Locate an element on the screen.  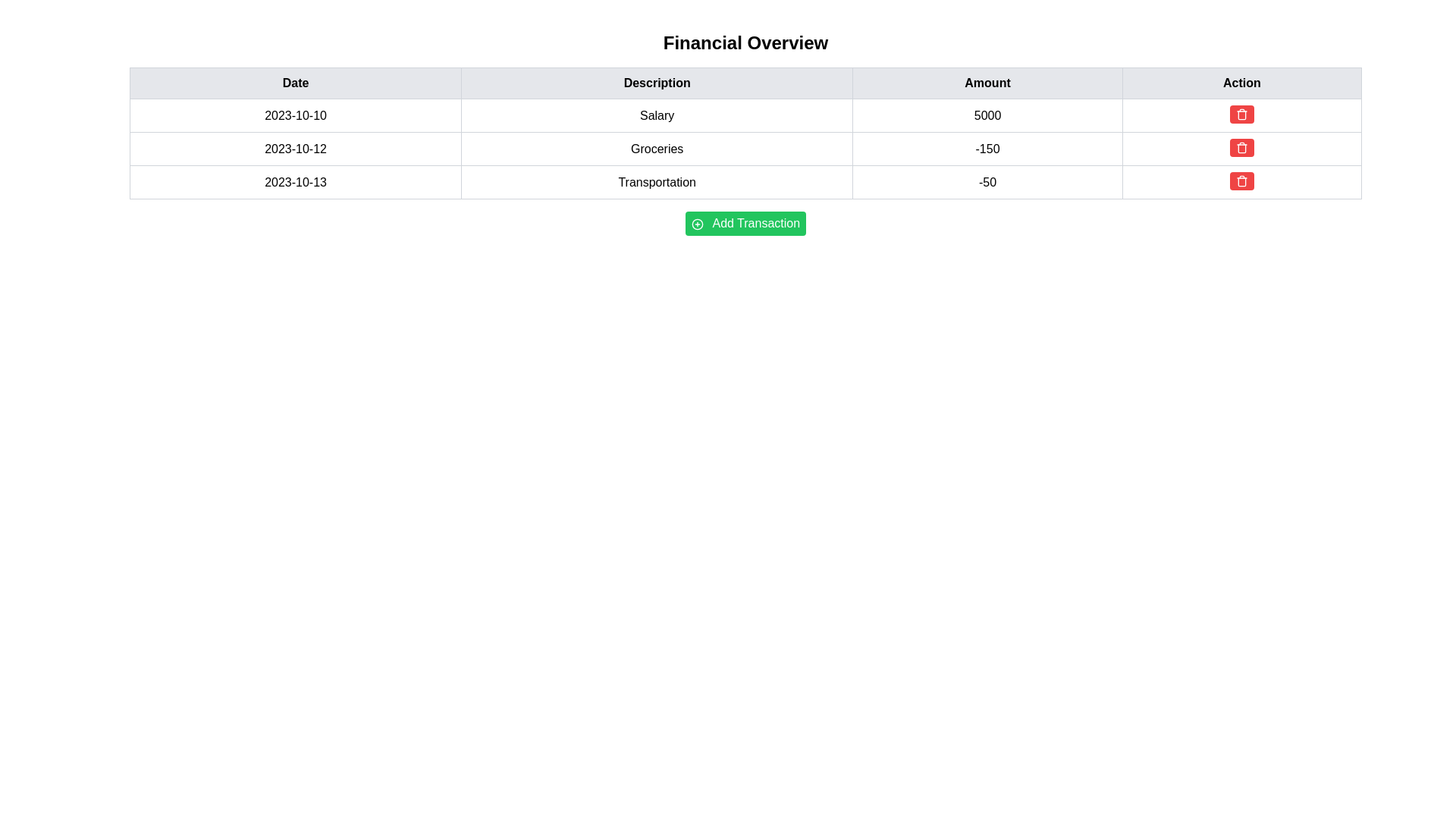
the delete button located in the fourth cell of the second row of the financial overview table associated with 'Groceries' on '2023-10-12' is located at coordinates (1241, 149).